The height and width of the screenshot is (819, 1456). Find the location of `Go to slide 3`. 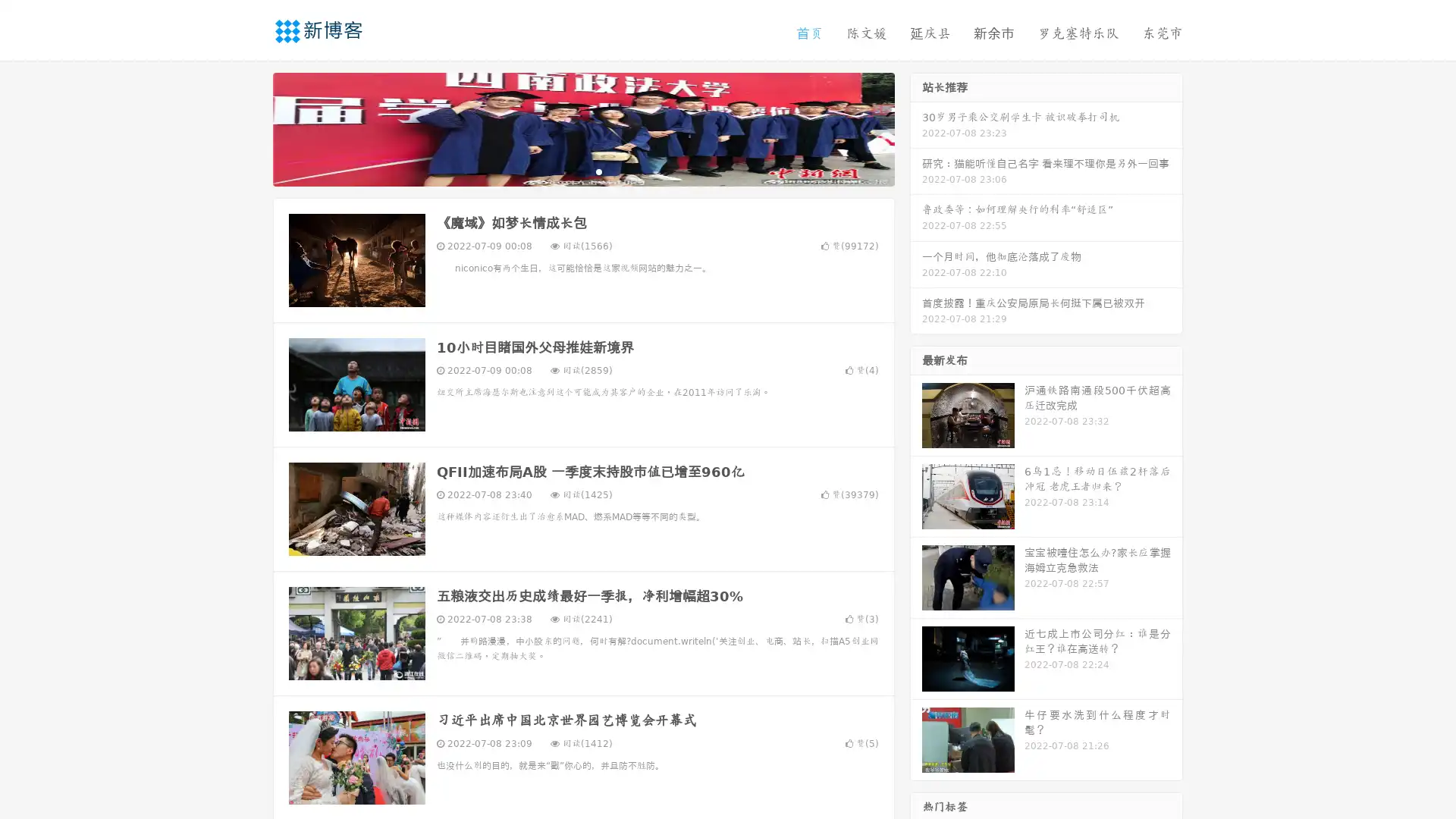

Go to slide 3 is located at coordinates (598, 171).